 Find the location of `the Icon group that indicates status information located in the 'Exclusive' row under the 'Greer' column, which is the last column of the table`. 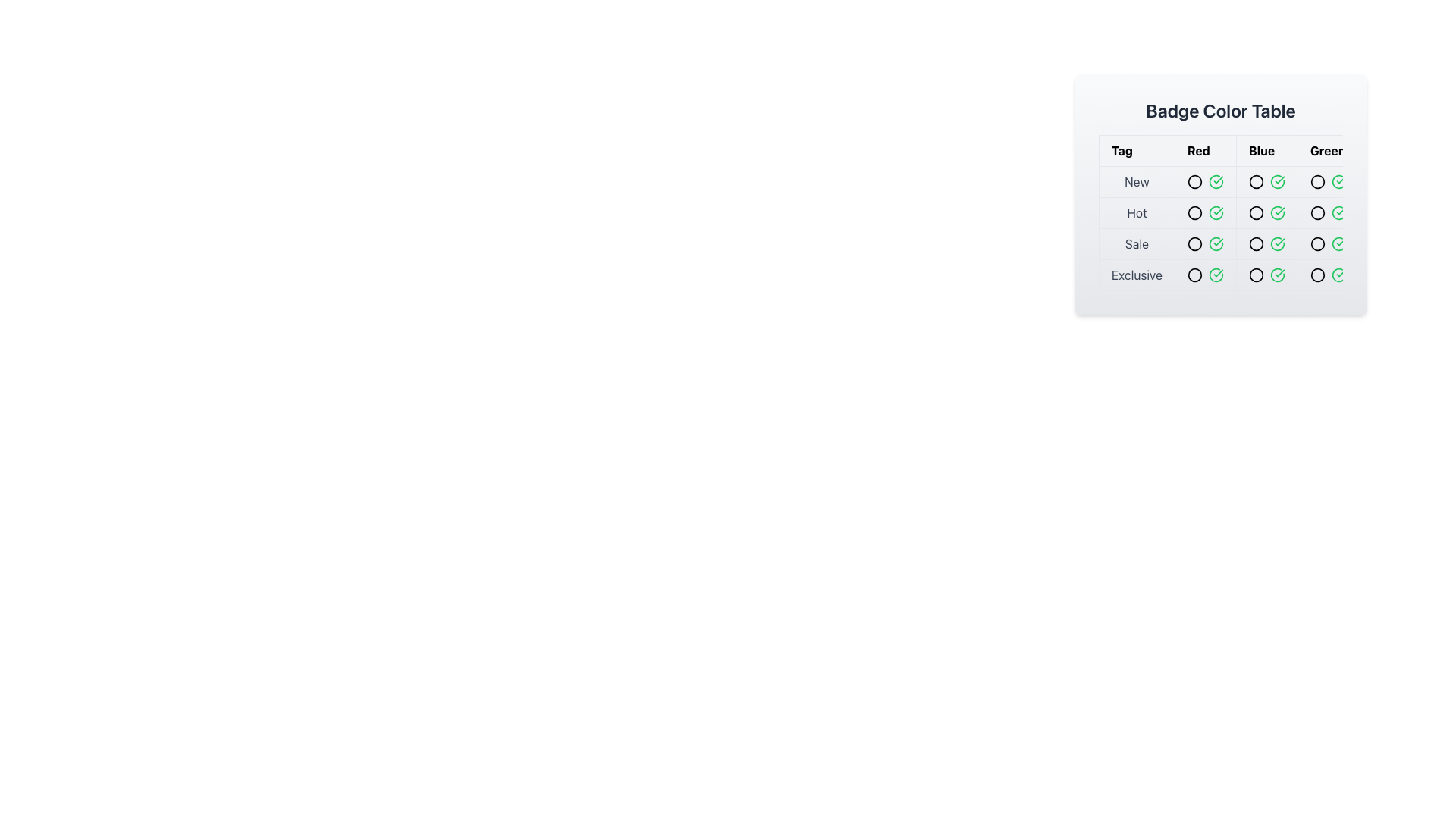

the Icon group that indicates status information located in the 'Exclusive' row under the 'Greer' column, which is the last column of the table is located at coordinates (1327, 275).